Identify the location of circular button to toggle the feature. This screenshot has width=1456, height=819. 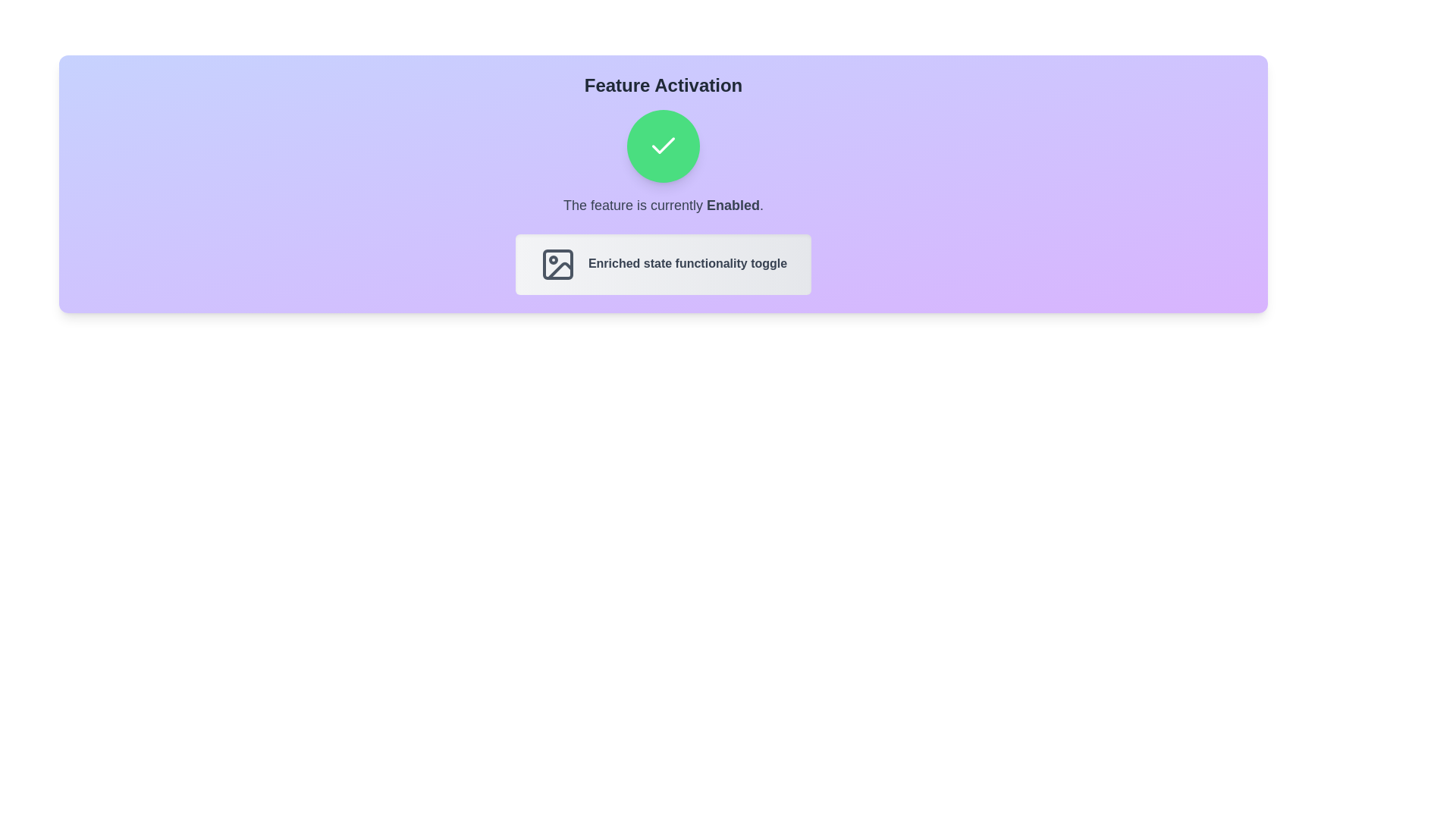
(663, 146).